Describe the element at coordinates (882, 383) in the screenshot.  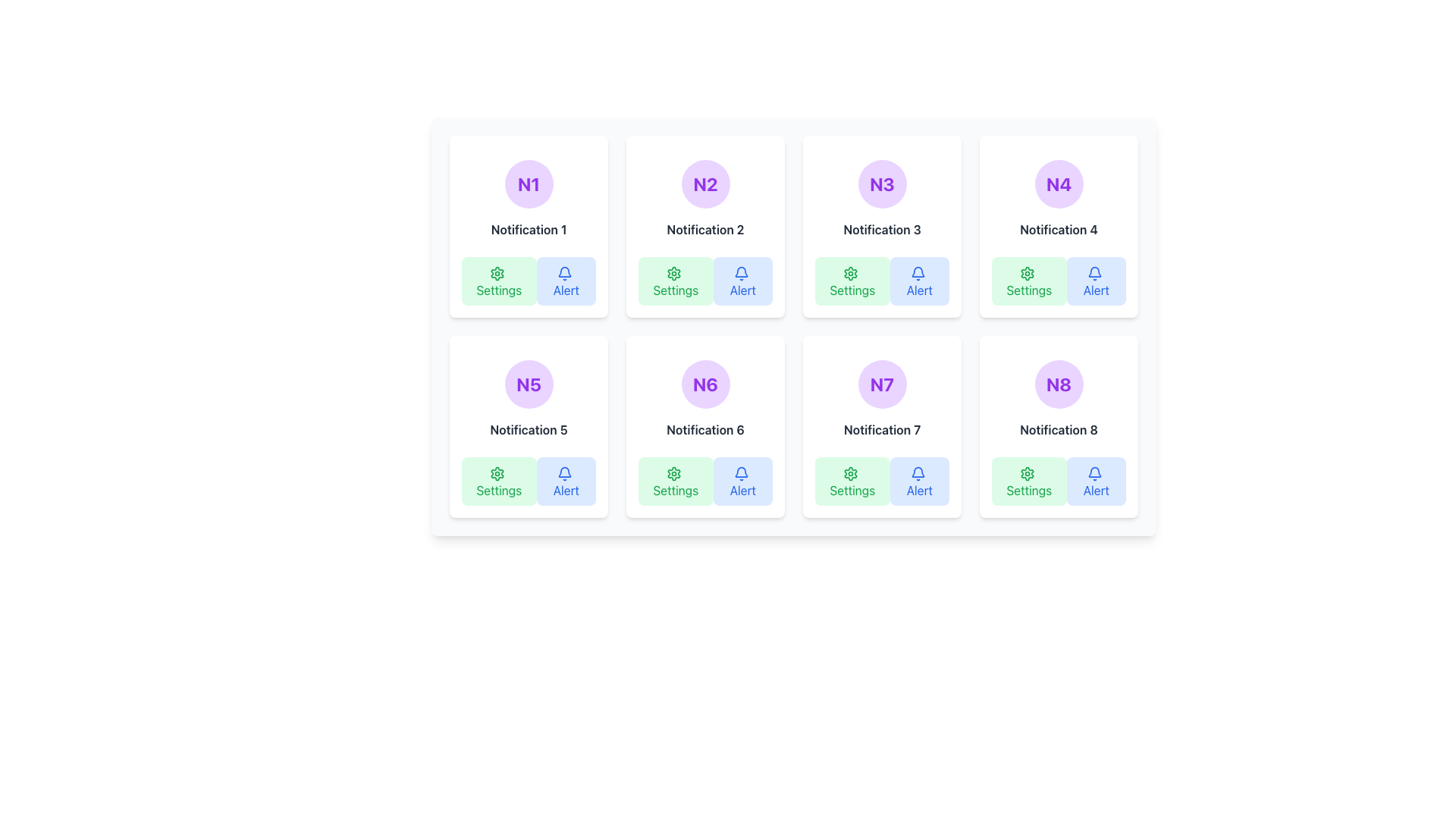
I see `the badge representing 'Notification 7', located in the second row, third column of the grid layout` at that location.